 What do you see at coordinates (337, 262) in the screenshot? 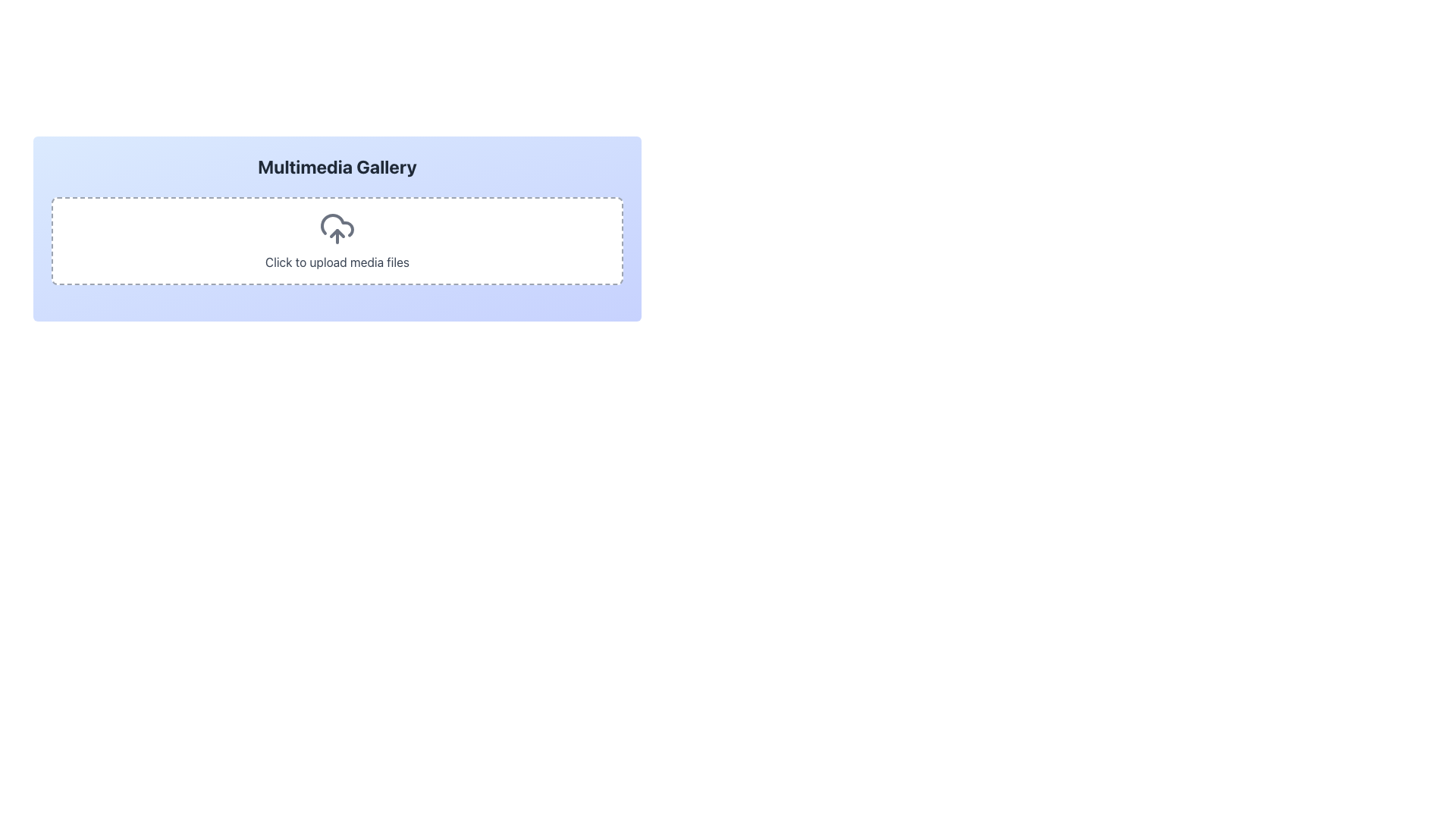
I see `text label displaying 'Click to upload media files' located in the upper-middle section of the page, styled as a cursor-pointer within a dashed rectangular border` at bounding box center [337, 262].